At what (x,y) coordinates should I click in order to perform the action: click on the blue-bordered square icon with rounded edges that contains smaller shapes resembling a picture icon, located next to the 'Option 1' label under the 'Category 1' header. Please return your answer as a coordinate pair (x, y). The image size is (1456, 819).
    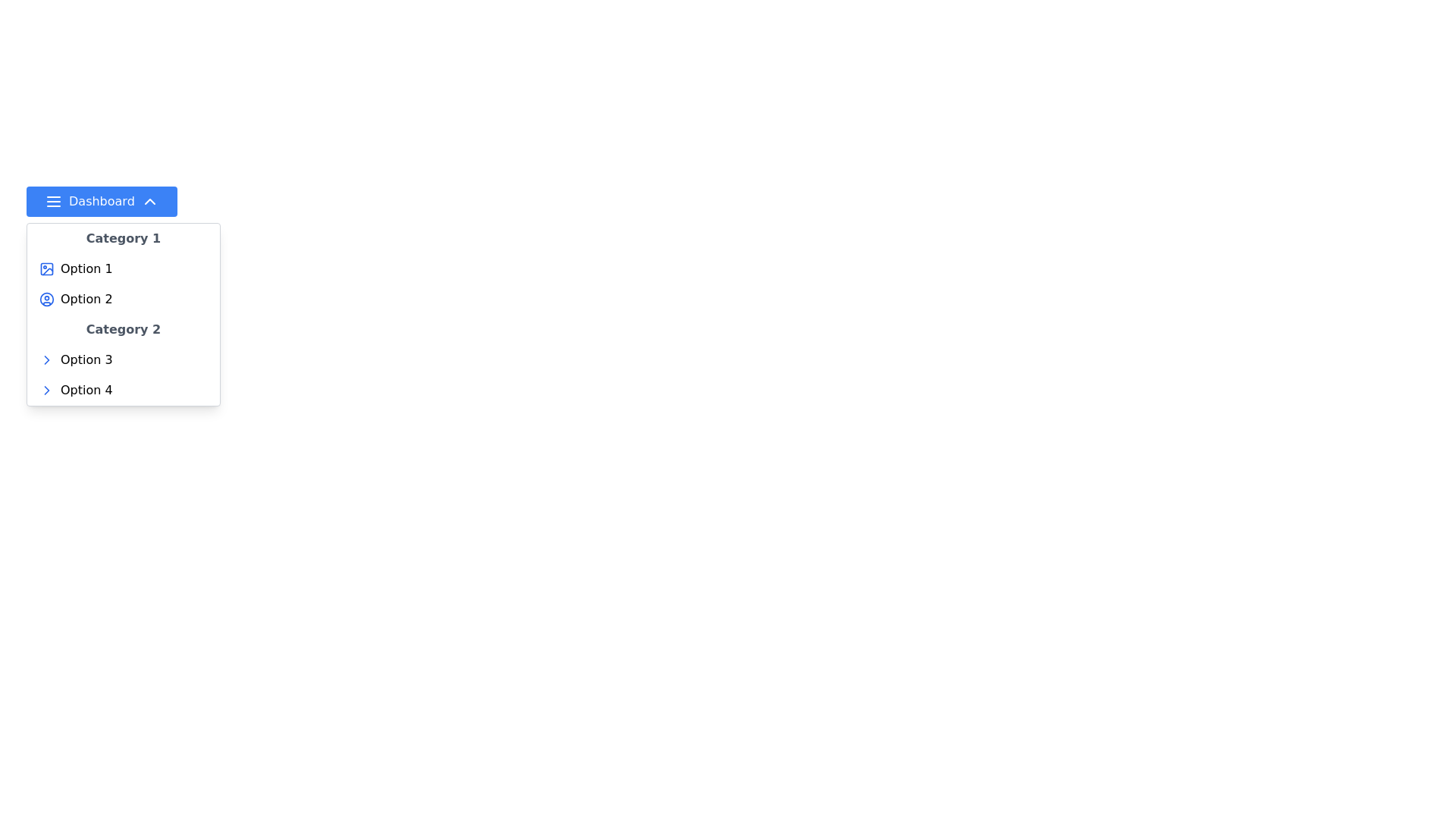
    Looking at the image, I should click on (47, 268).